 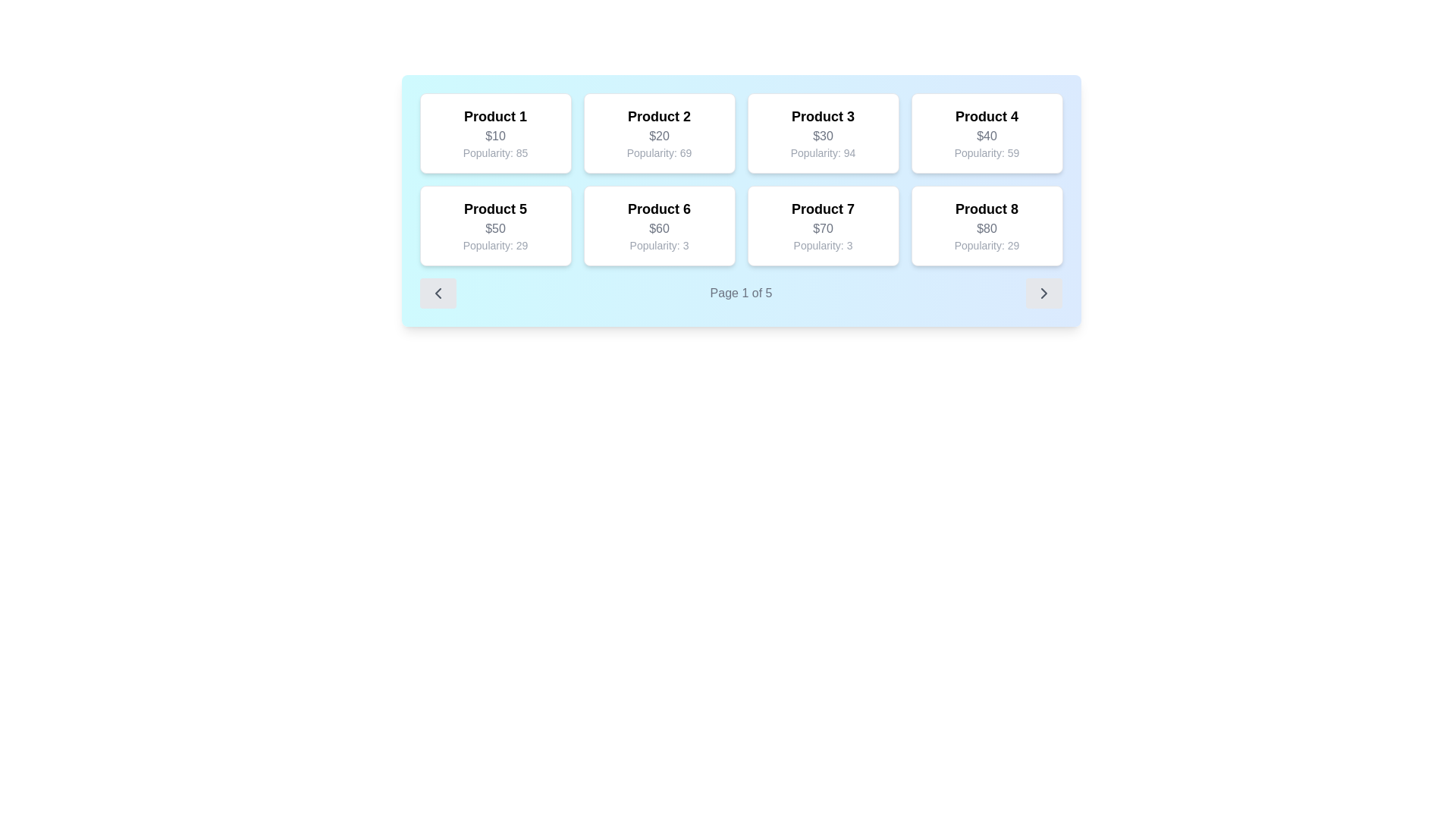 I want to click on the text label of 'Product 3 $30 Popularity: 94', so click(x=822, y=116).